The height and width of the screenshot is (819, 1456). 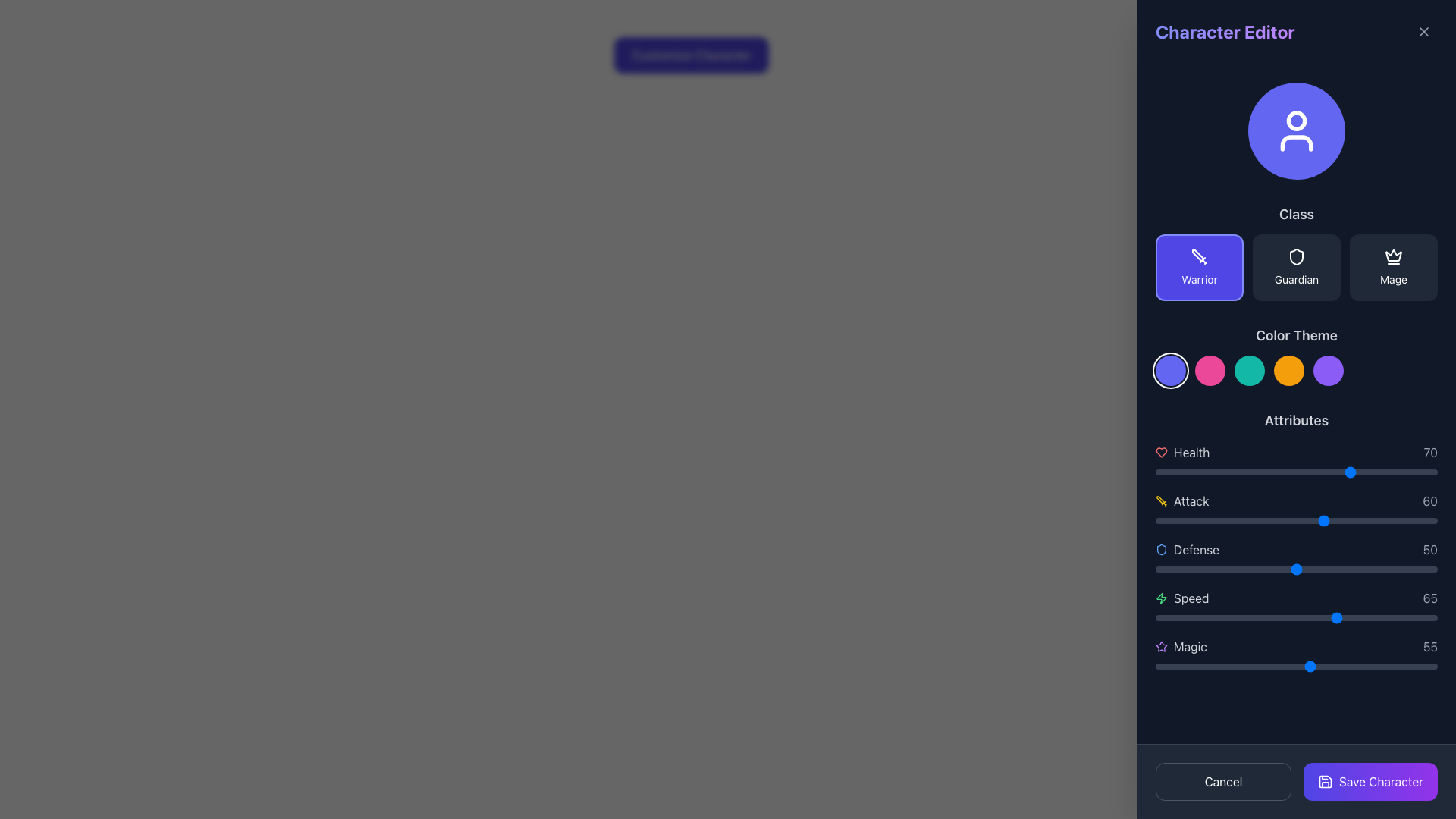 I want to click on the 'Speed' attribute display row, which shows a value of 65 and is the fourth entry in the 'Attributes' section of the character editing panel, so click(x=1295, y=598).